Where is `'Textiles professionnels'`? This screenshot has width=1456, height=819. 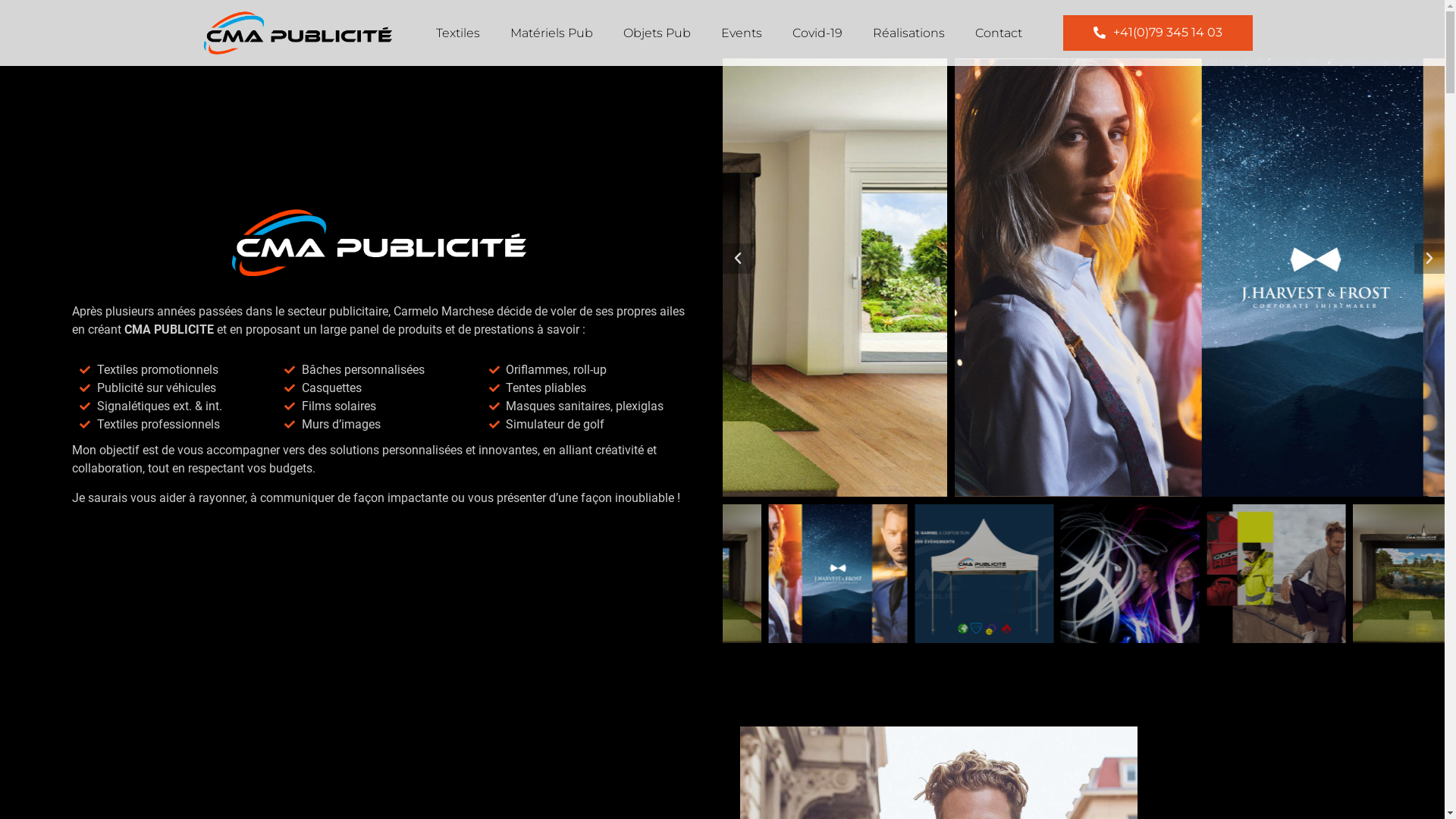 'Textiles professionnels' is located at coordinates (174, 424).